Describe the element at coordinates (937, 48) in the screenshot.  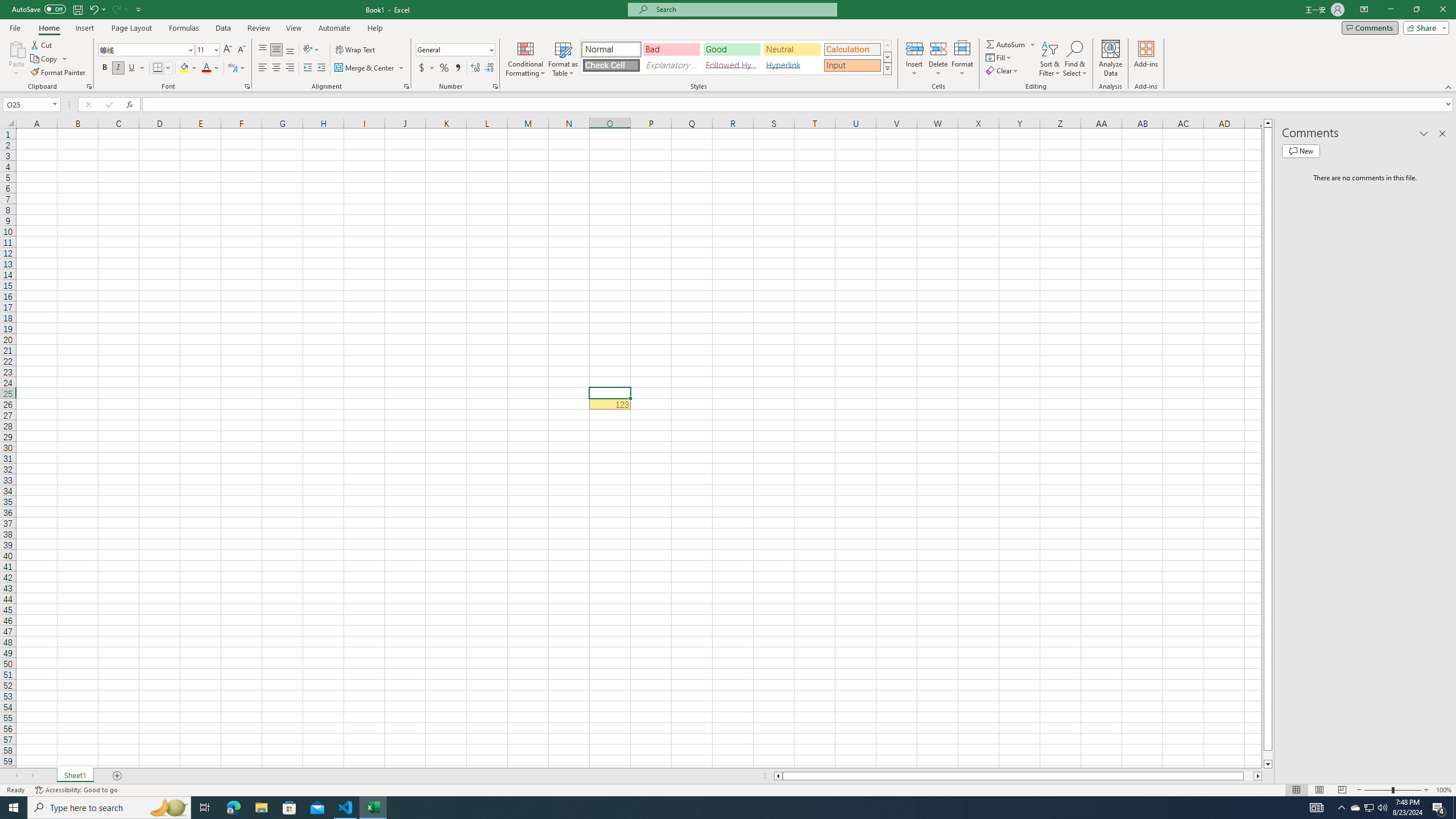
I see `'Delete Cells...'` at that location.